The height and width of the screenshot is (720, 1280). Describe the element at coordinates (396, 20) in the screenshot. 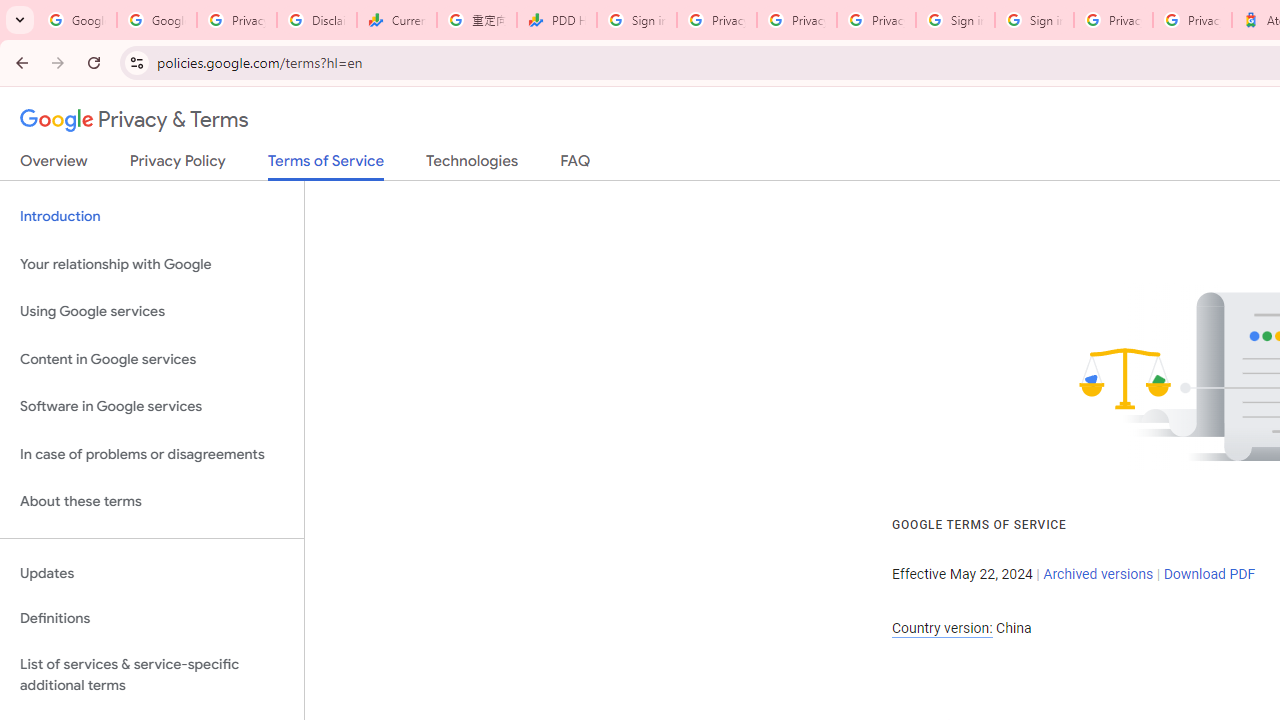

I see `'Currencies - Google Finance'` at that location.